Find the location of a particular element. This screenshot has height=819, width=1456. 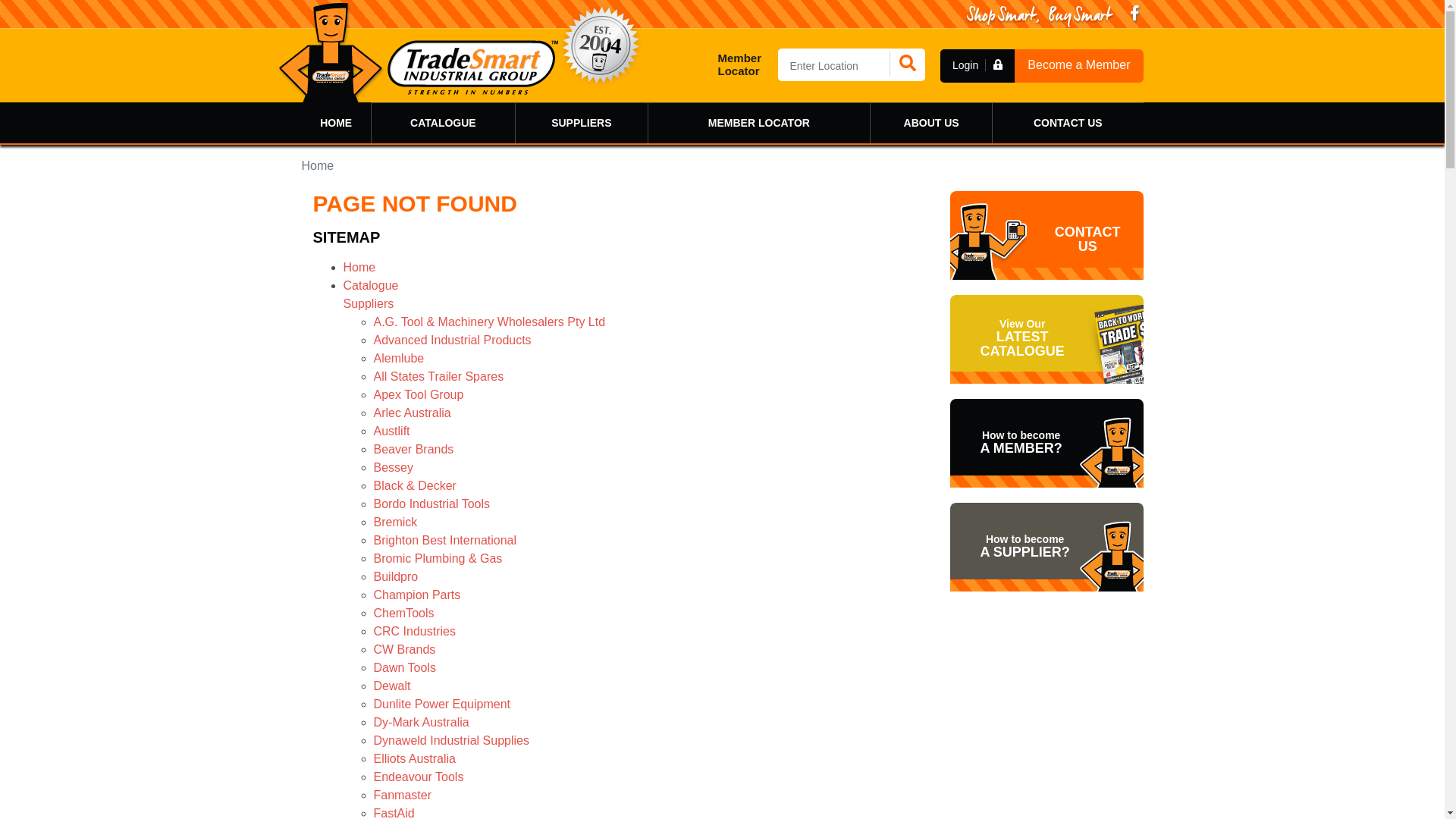

'How to become is located at coordinates (1045, 547).